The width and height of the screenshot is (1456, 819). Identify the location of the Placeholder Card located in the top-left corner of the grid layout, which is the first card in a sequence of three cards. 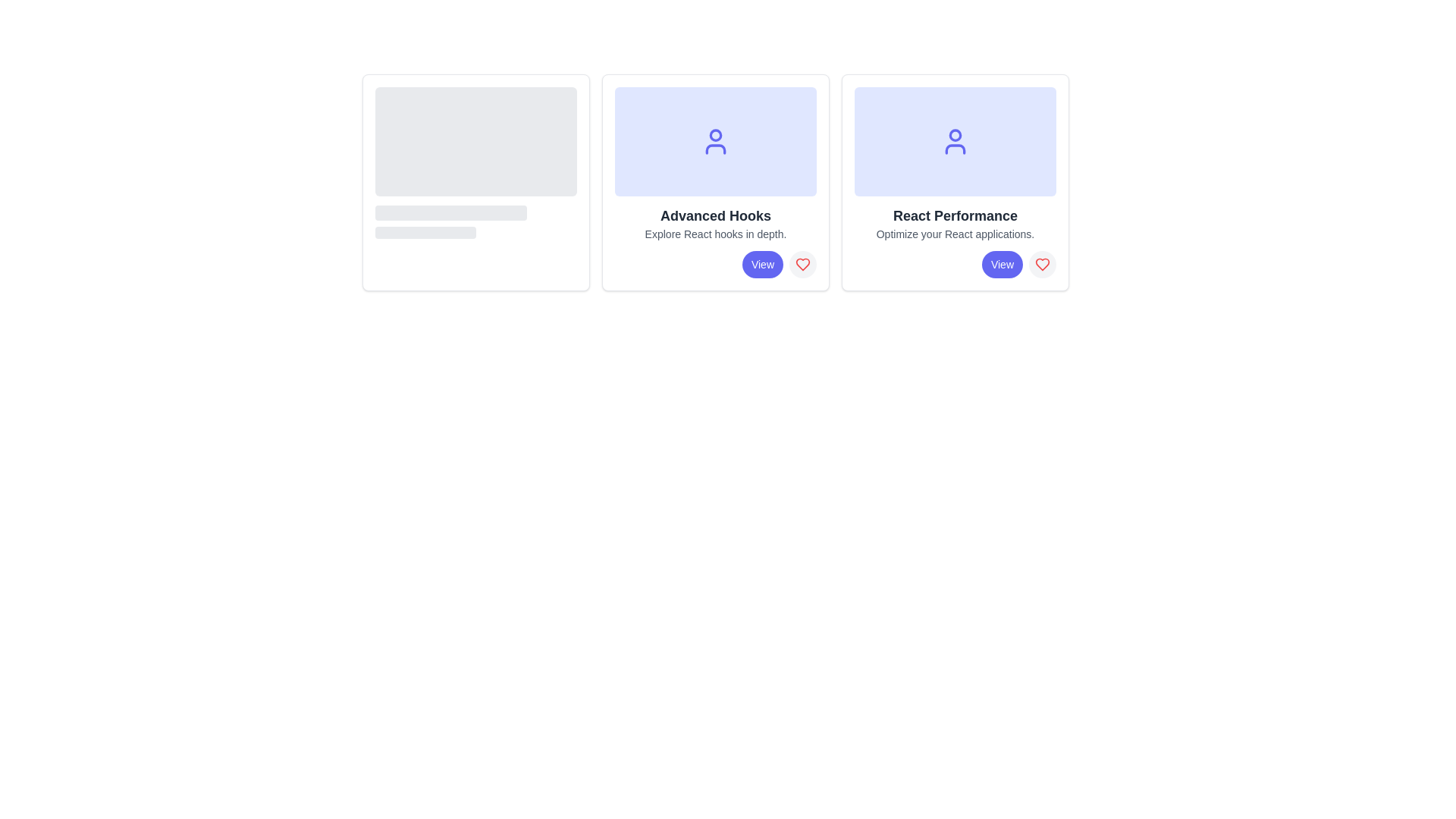
(475, 181).